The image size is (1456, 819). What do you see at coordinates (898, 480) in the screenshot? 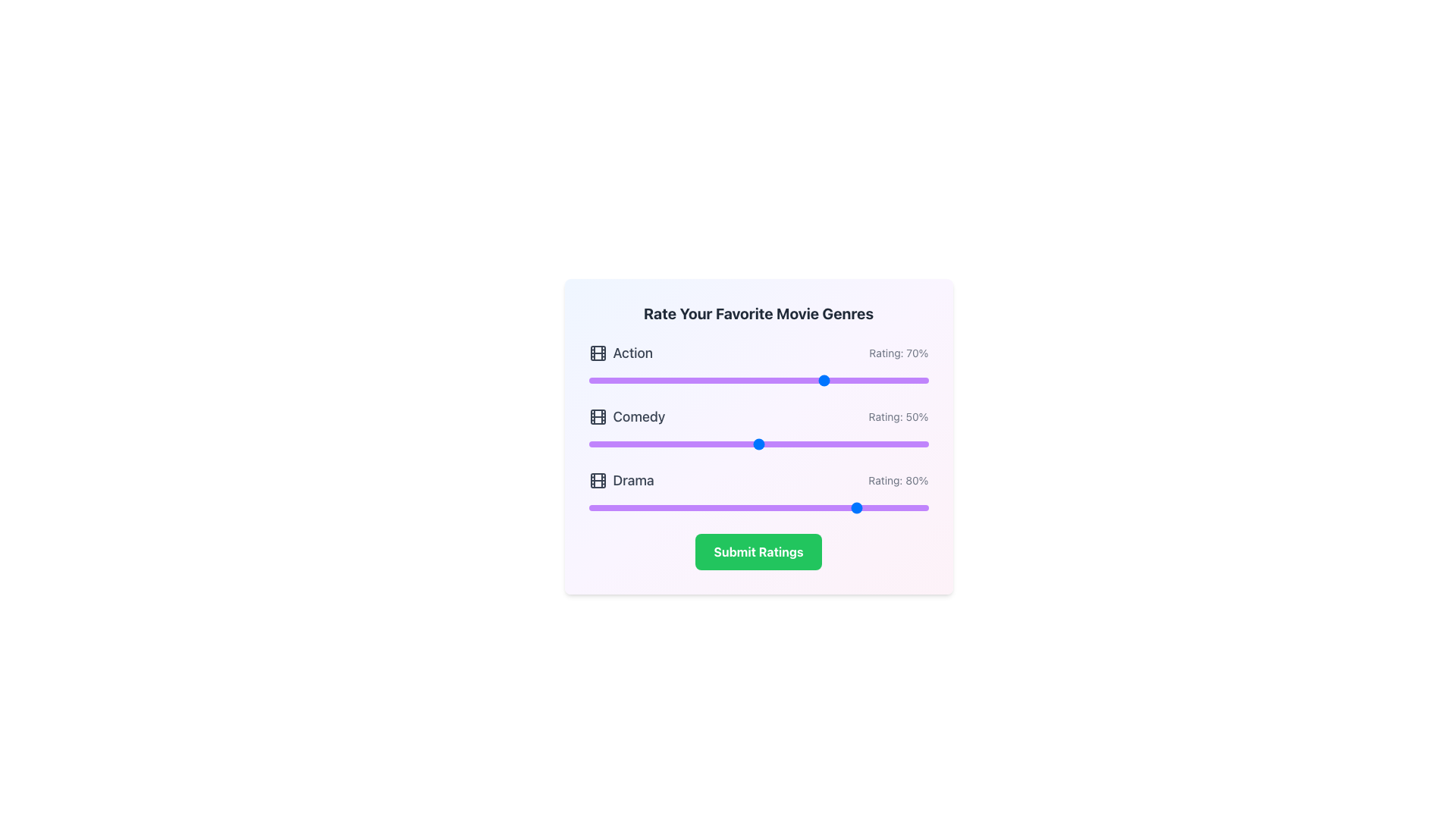
I see `the Text Label displaying the rating value of 80% for the 'Drama' genre, which is located beside the 'Drama' slider in the bottom row of a three-row vertical layout` at bounding box center [898, 480].